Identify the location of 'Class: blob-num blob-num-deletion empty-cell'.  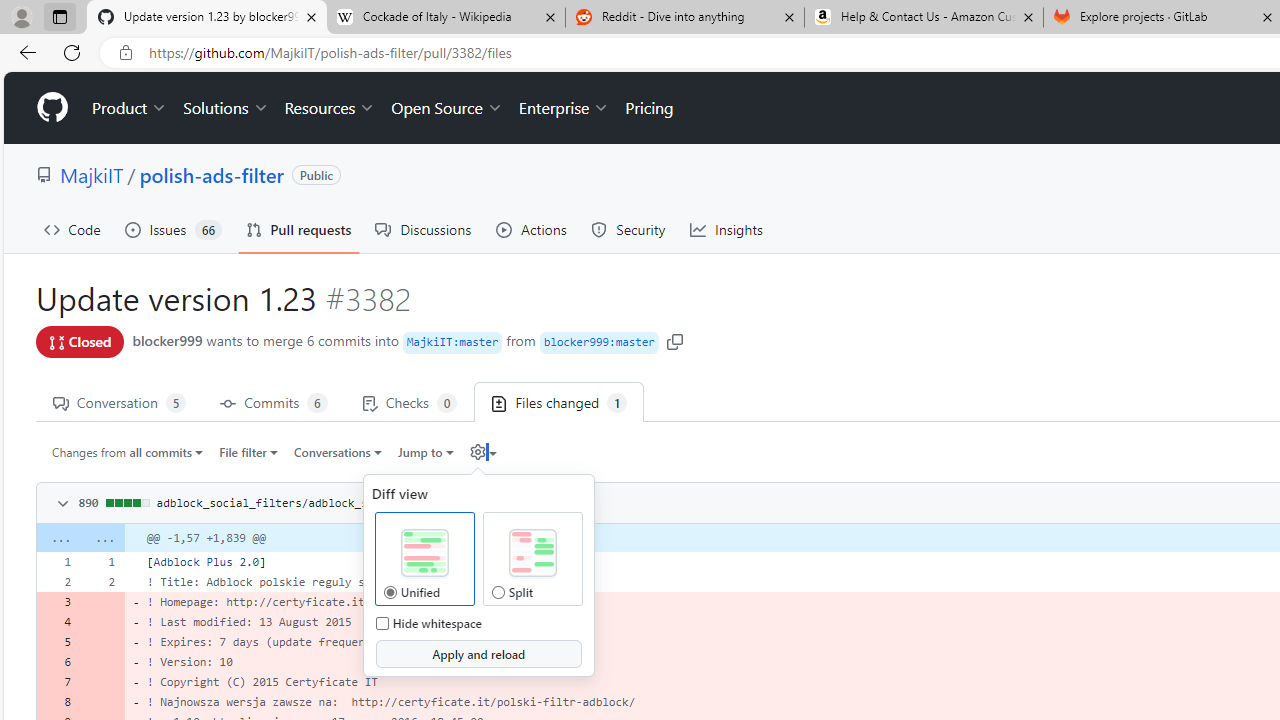
(102, 701).